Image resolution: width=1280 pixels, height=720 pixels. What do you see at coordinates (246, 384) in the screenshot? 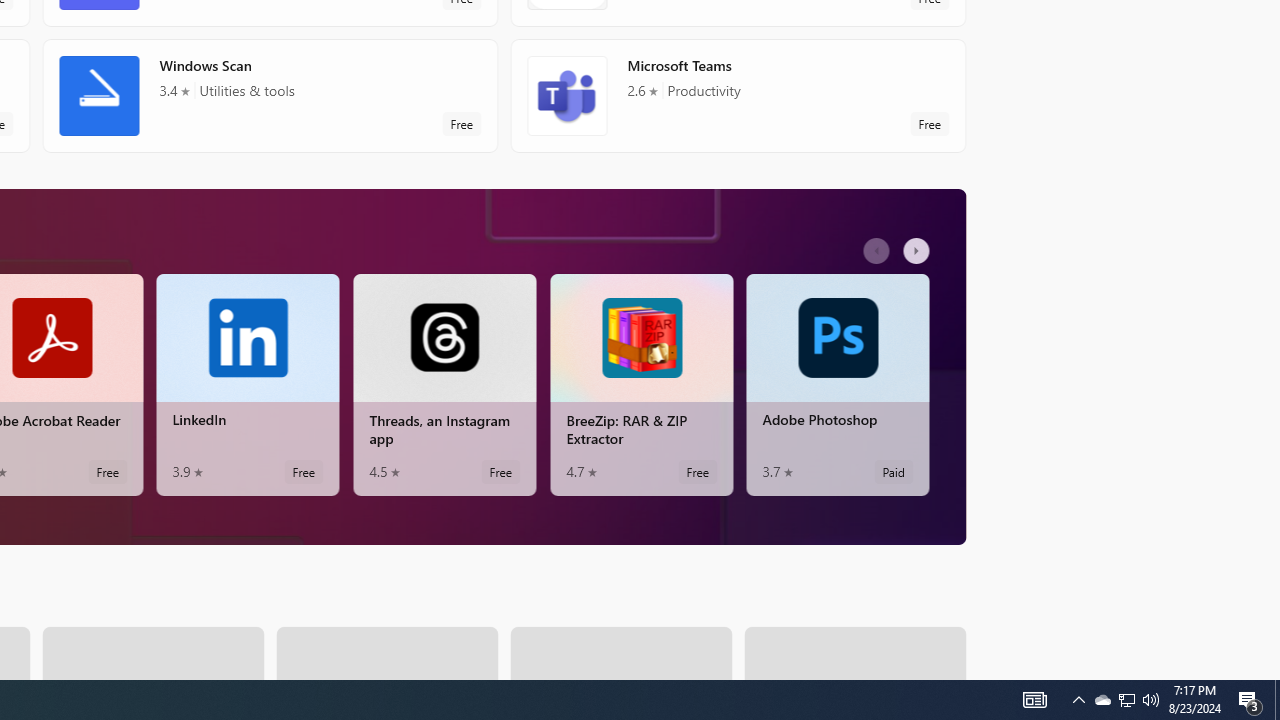
I see `'LinkedIn. Average rating of 3.9 out of five stars. Free  '` at bounding box center [246, 384].